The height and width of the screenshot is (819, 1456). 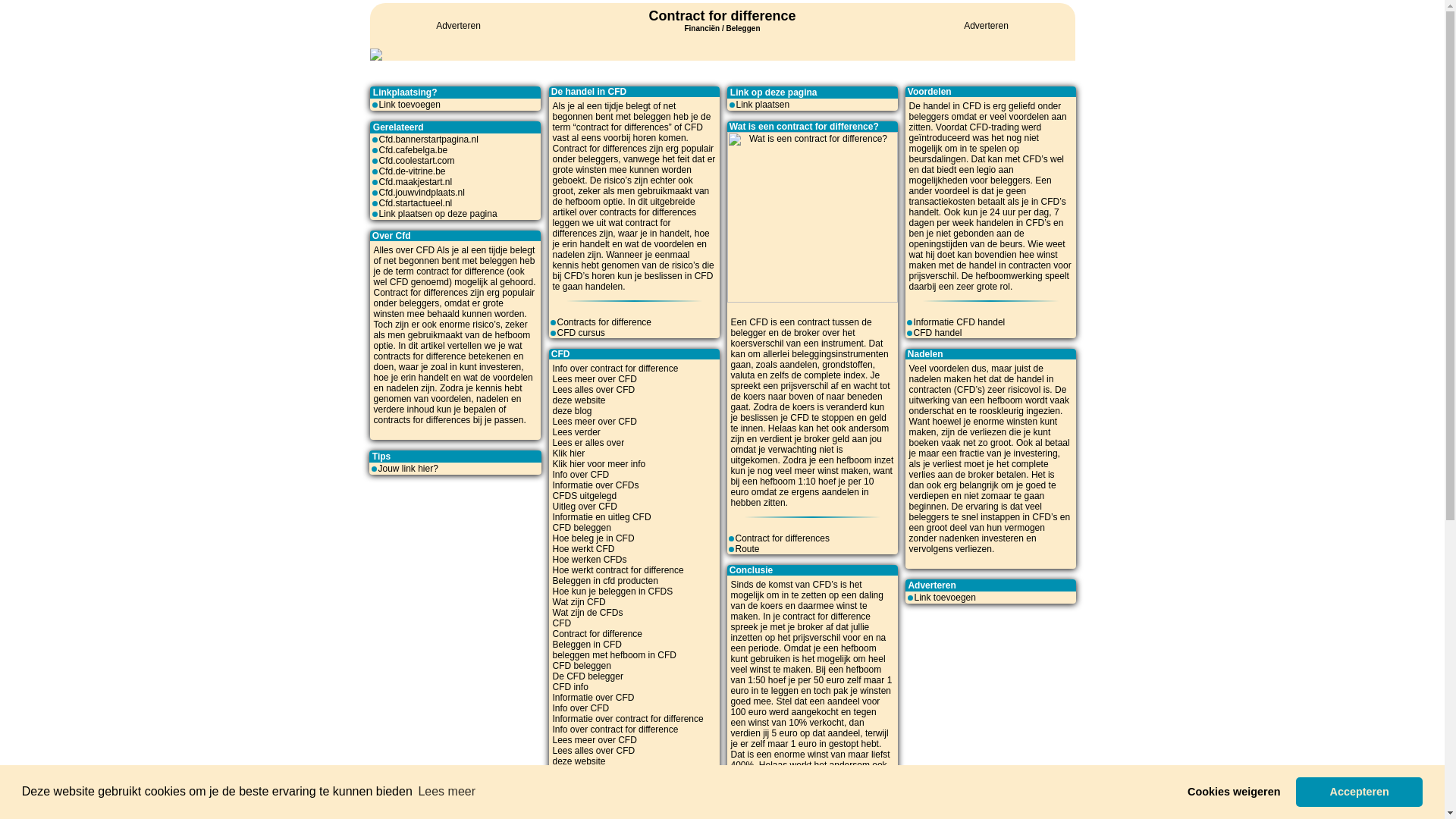 What do you see at coordinates (579, 708) in the screenshot?
I see `'Info over CFD'` at bounding box center [579, 708].